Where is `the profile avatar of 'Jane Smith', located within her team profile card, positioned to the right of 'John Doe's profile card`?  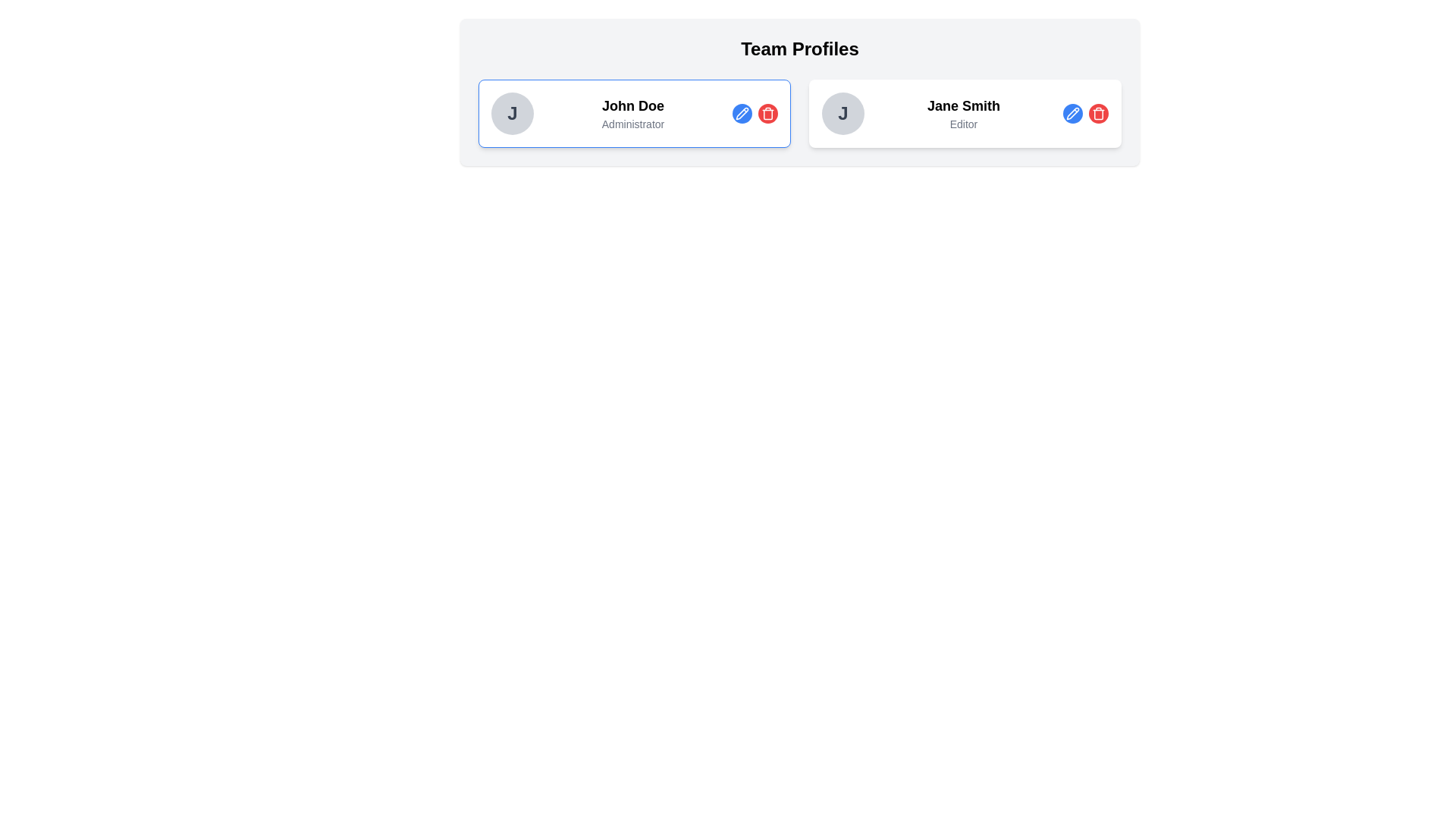
the profile avatar of 'Jane Smith', located within her team profile card, positioned to the right of 'John Doe's profile card is located at coordinates (843, 113).